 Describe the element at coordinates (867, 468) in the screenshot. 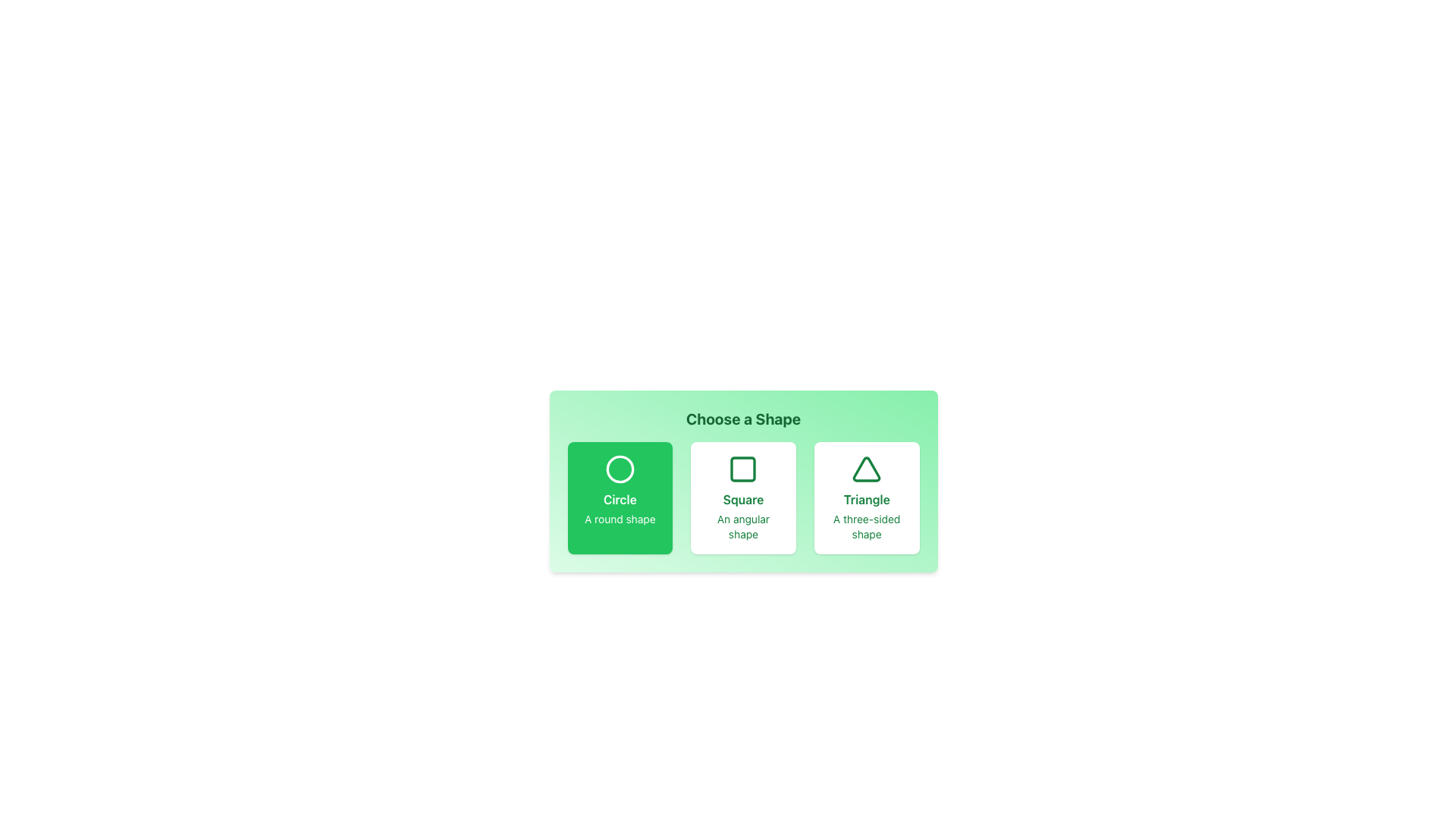

I see `the SVG Icon - Triangle shape which represents the 'Triangle' choice option located inside the third choice box from the left in a horizontal layout of three shape options` at that location.